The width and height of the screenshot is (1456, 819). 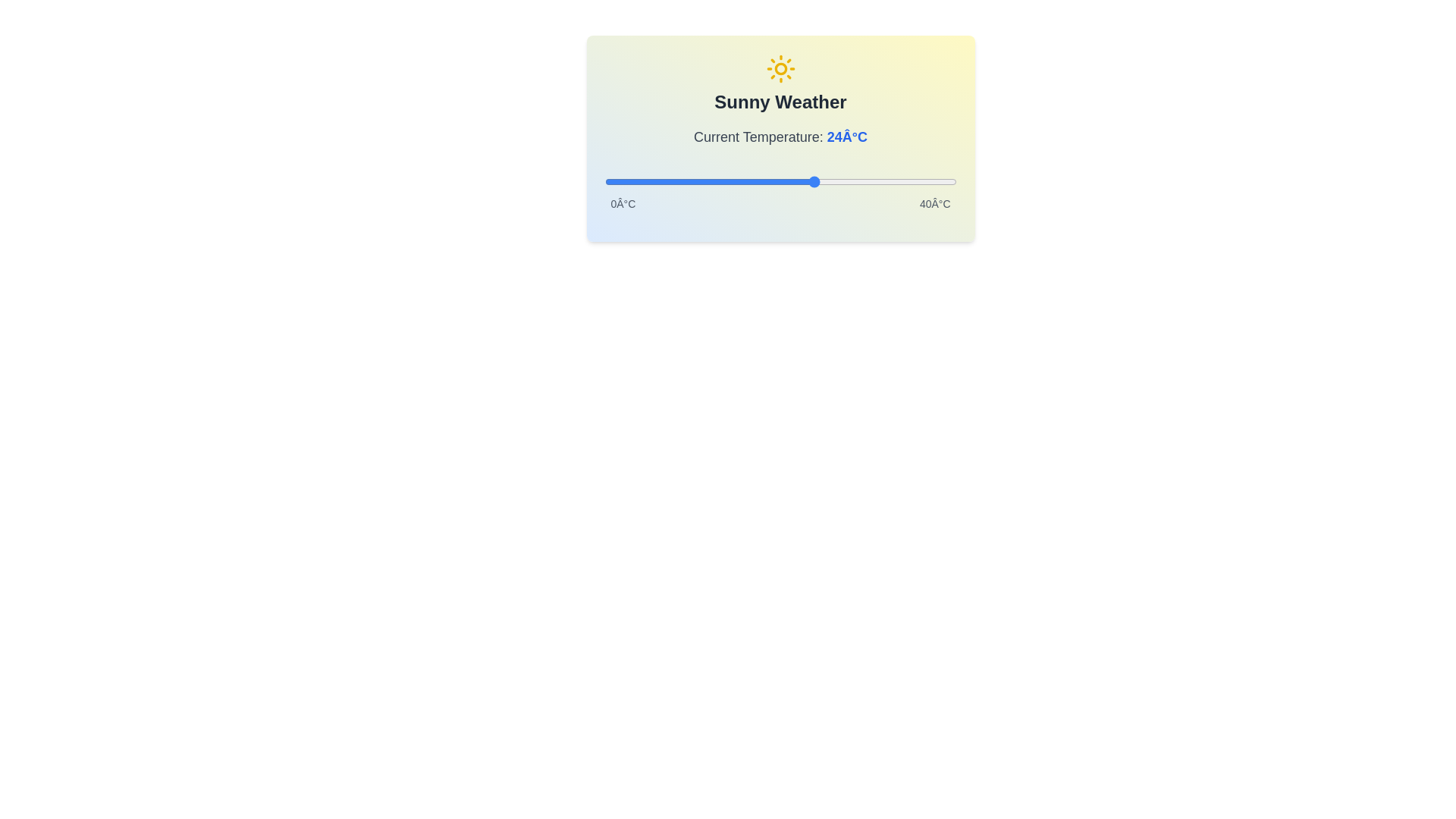 I want to click on the temperature slider, so click(x=726, y=180).